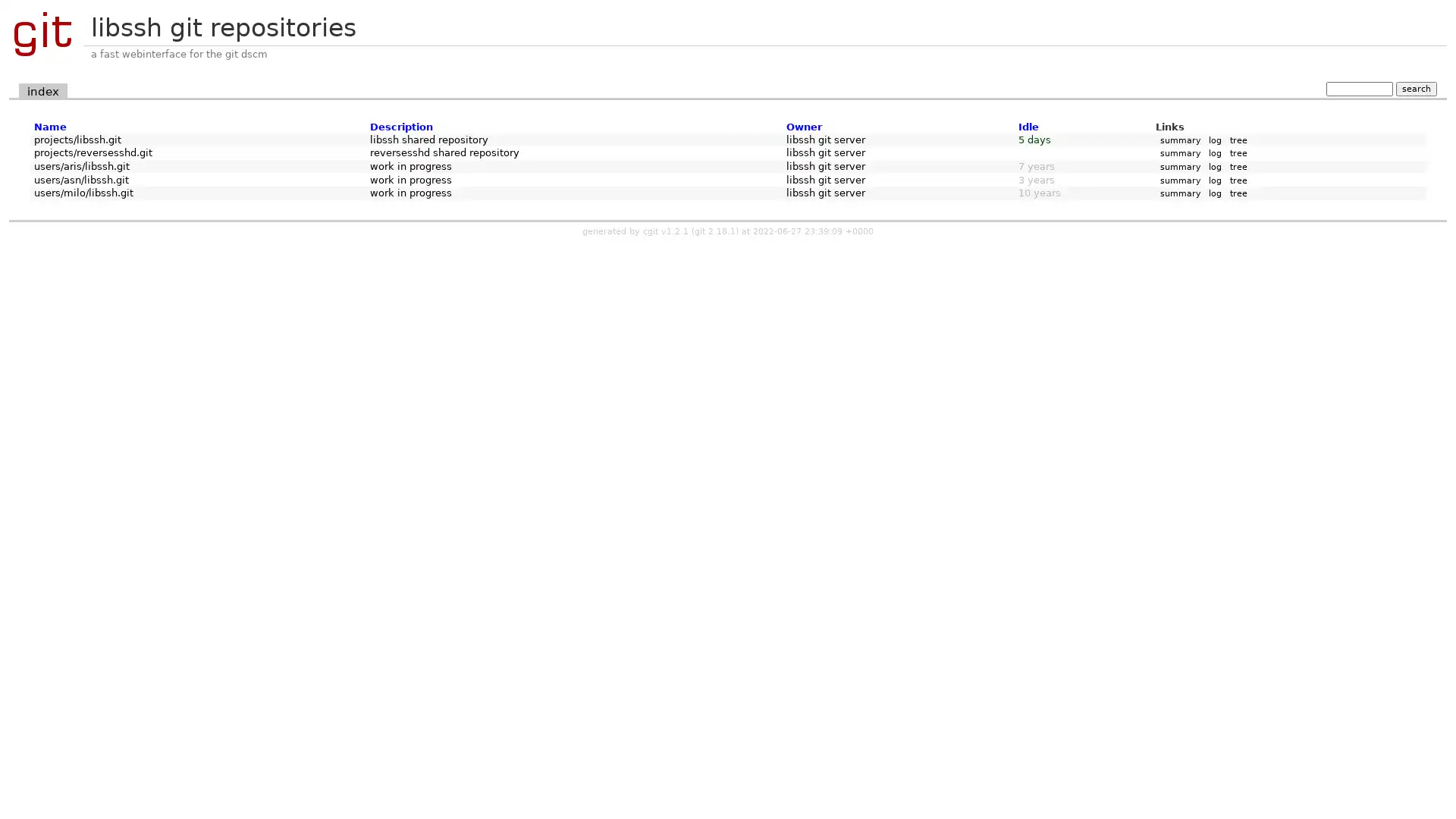 The width and height of the screenshot is (1456, 819). I want to click on search, so click(1415, 88).